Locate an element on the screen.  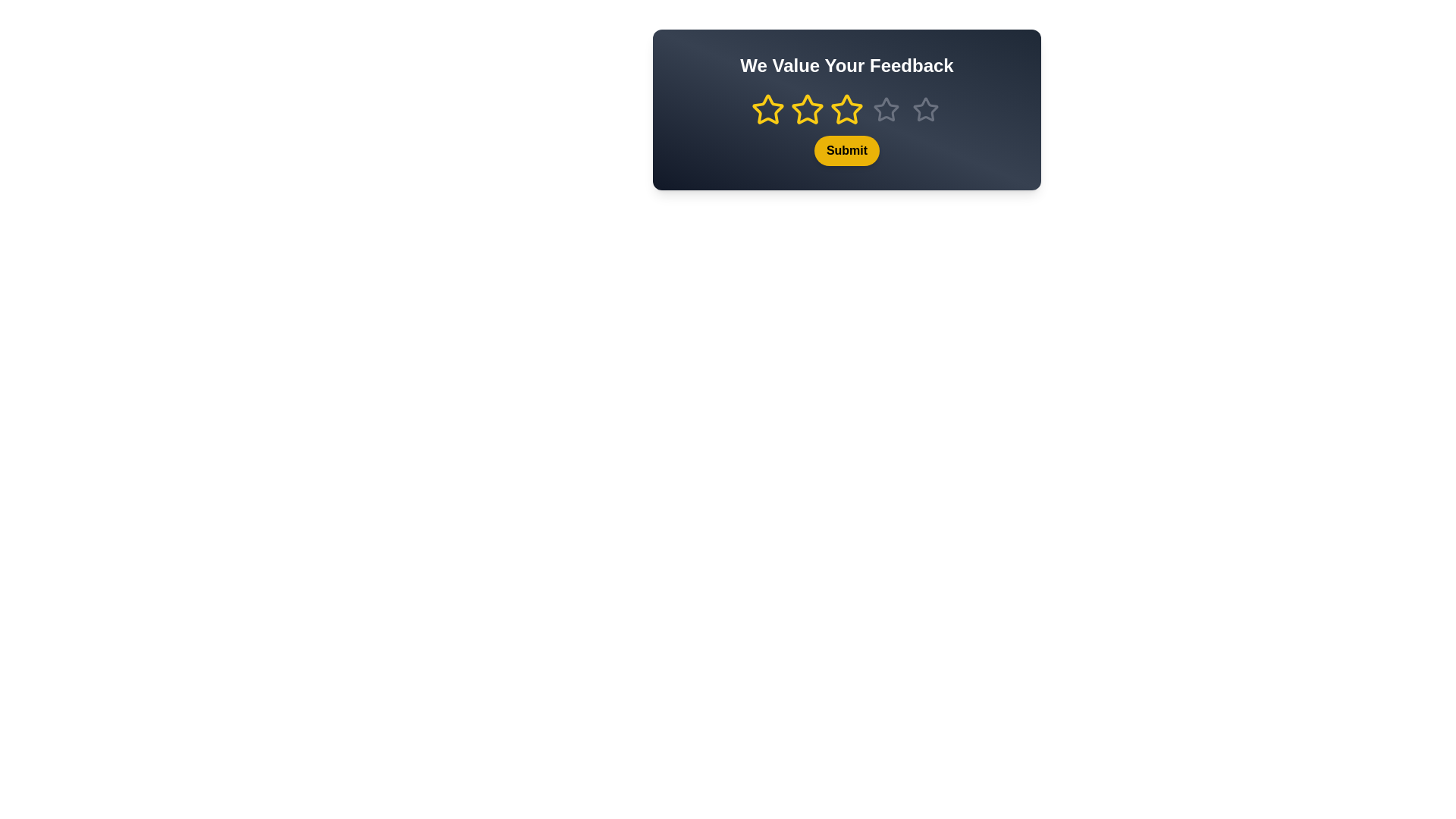
the third star icon in the rating system, which is outlined with a gray stroke and has no fill is located at coordinates (886, 108).